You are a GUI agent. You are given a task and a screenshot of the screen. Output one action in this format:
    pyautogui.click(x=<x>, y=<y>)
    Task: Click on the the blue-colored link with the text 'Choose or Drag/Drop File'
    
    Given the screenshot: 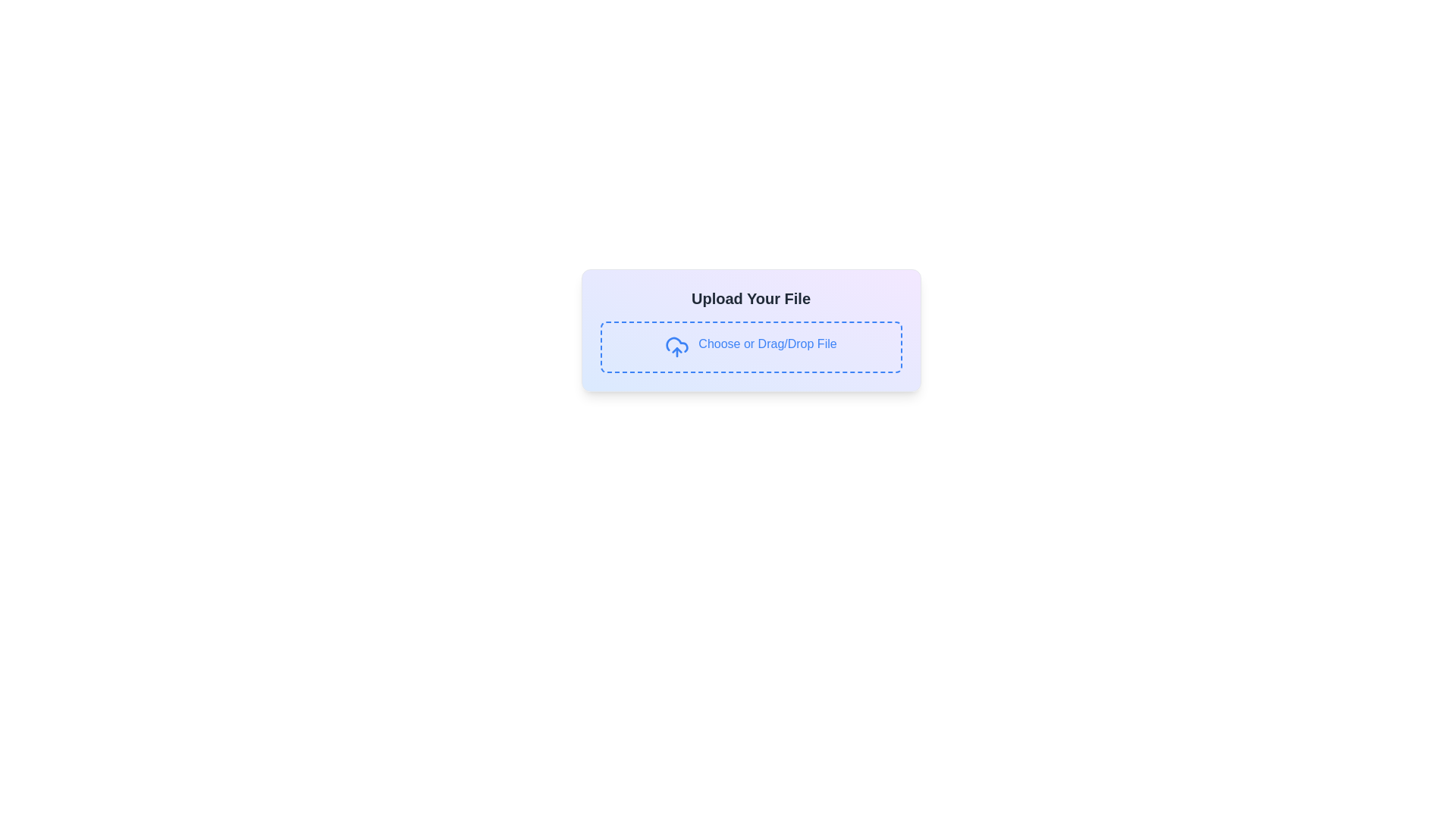 What is the action you would take?
    pyautogui.click(x=767, y=347)
    